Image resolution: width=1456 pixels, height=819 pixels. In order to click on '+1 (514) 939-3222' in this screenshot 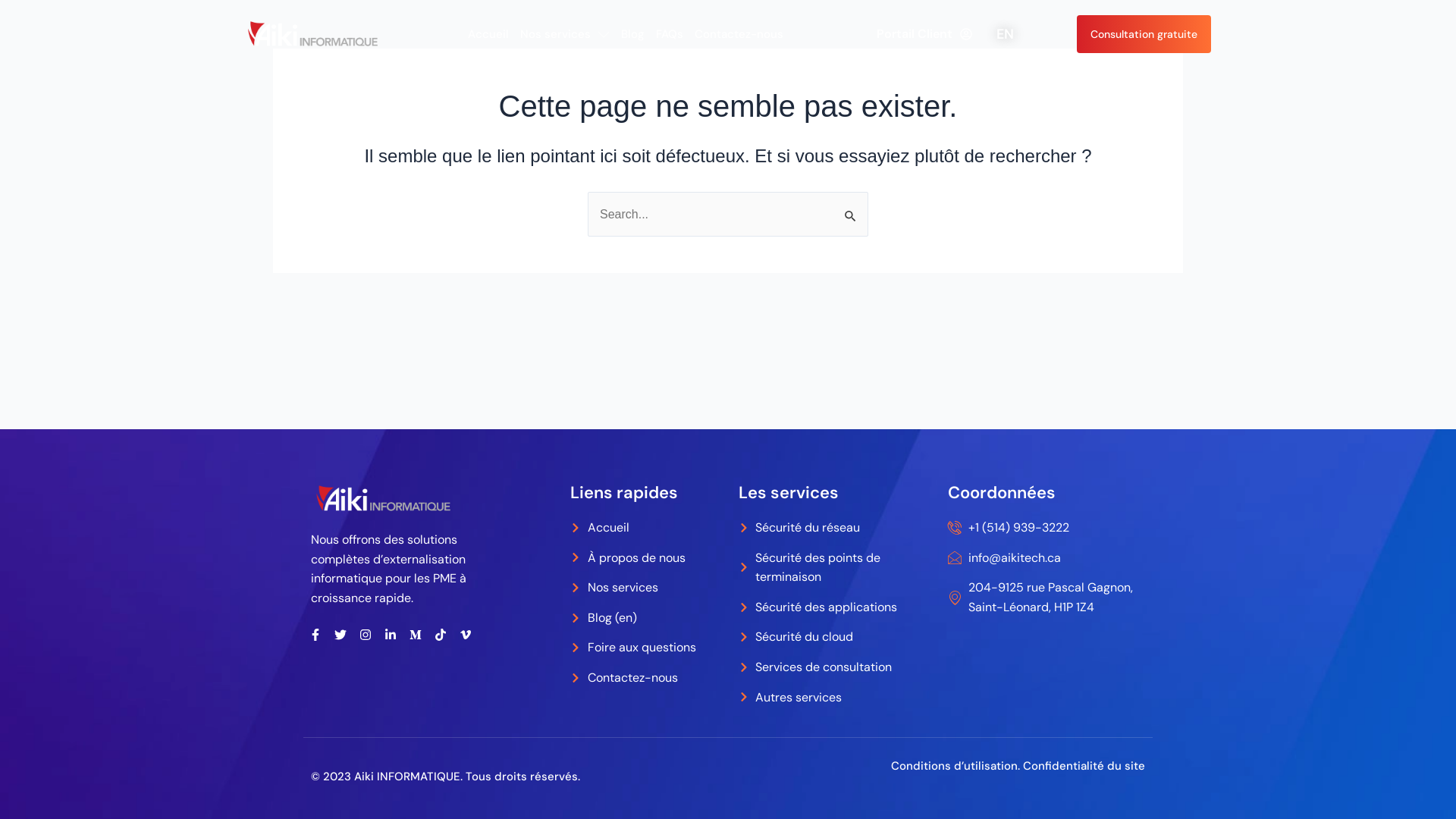, I will do `click(1046, 526)`.